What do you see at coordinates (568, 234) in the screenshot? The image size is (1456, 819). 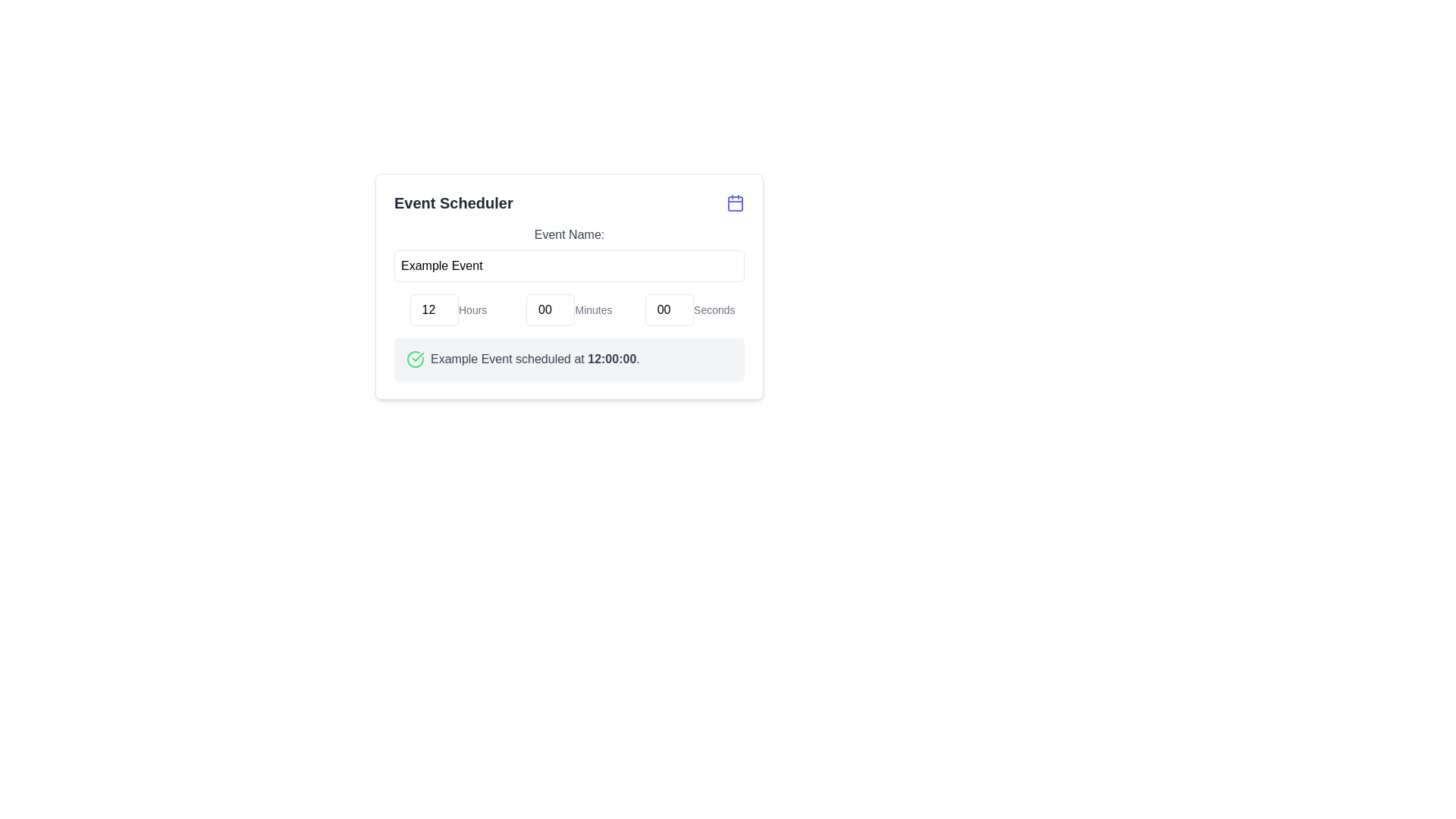 I see `the text label that indicates the information for the input field below it, which is positioned above the text input field containing 'Example Event'` at bounding box center [568, 234].